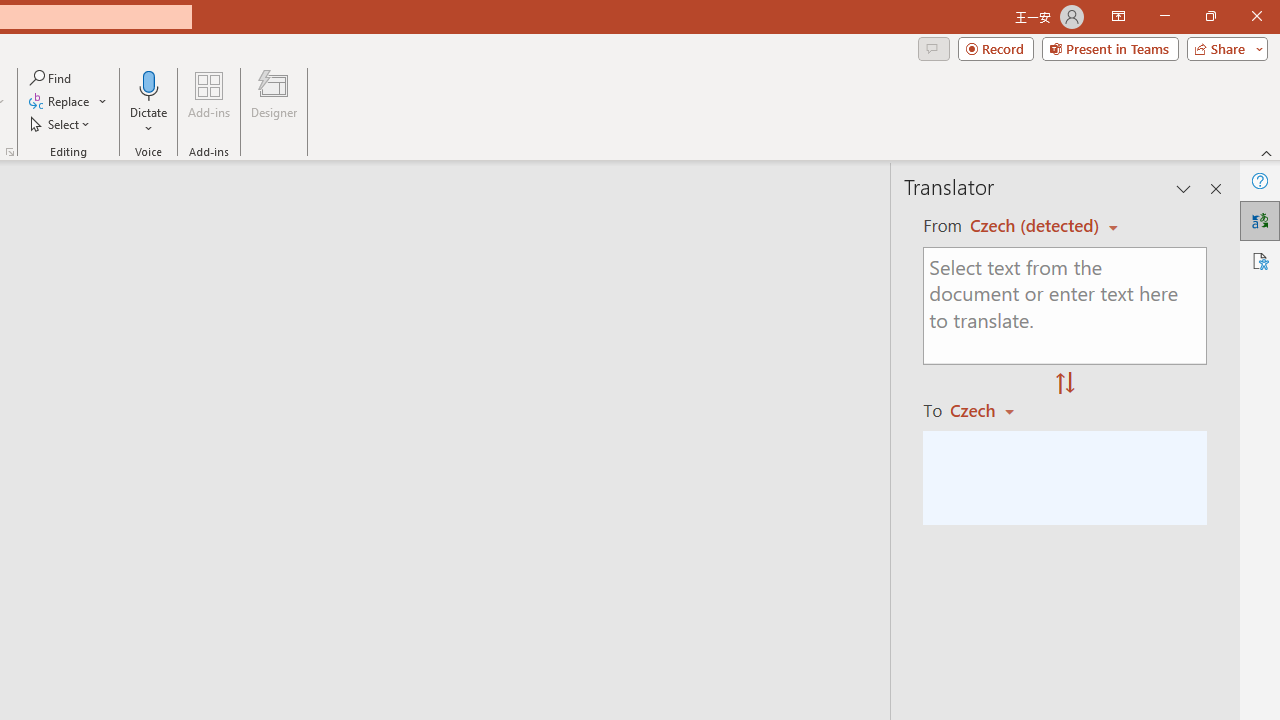 The width and height of the screenshot is (1280, 720). I want to click on 'Select', so click(61, 124).